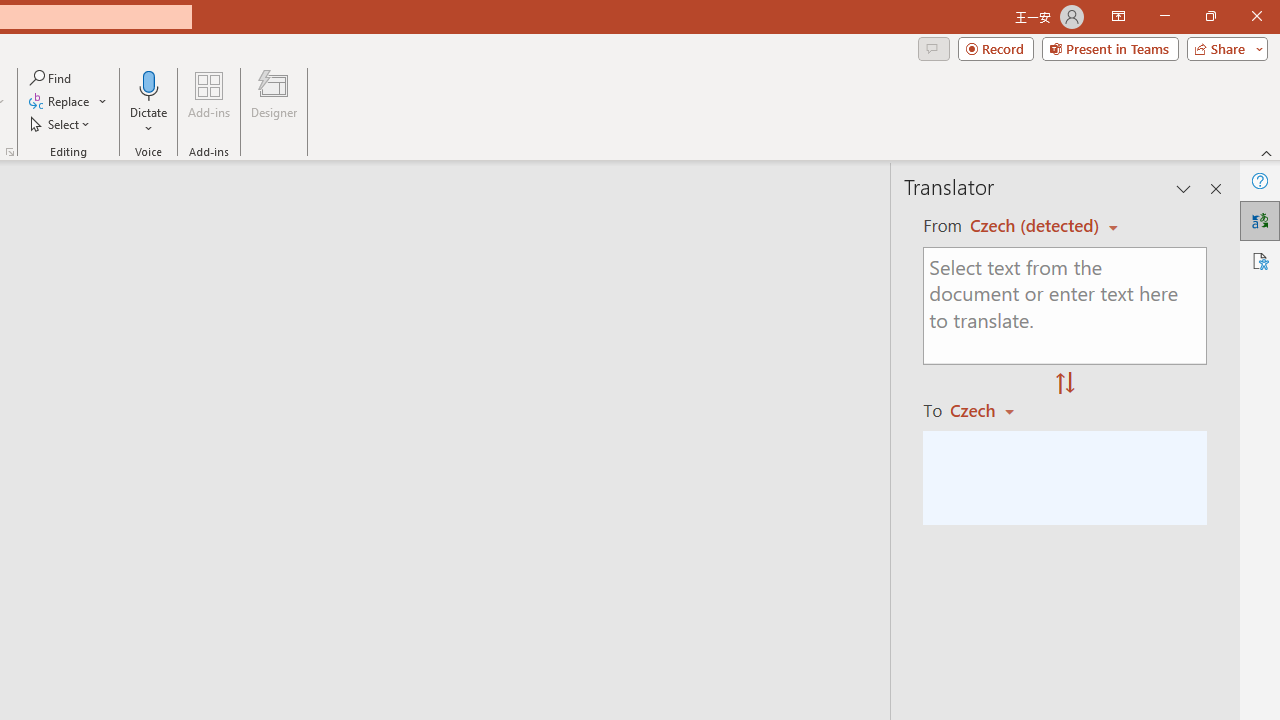 The width and height of the screenshot is (1280, 720). I want to click on 'Select', so click(61, 124).